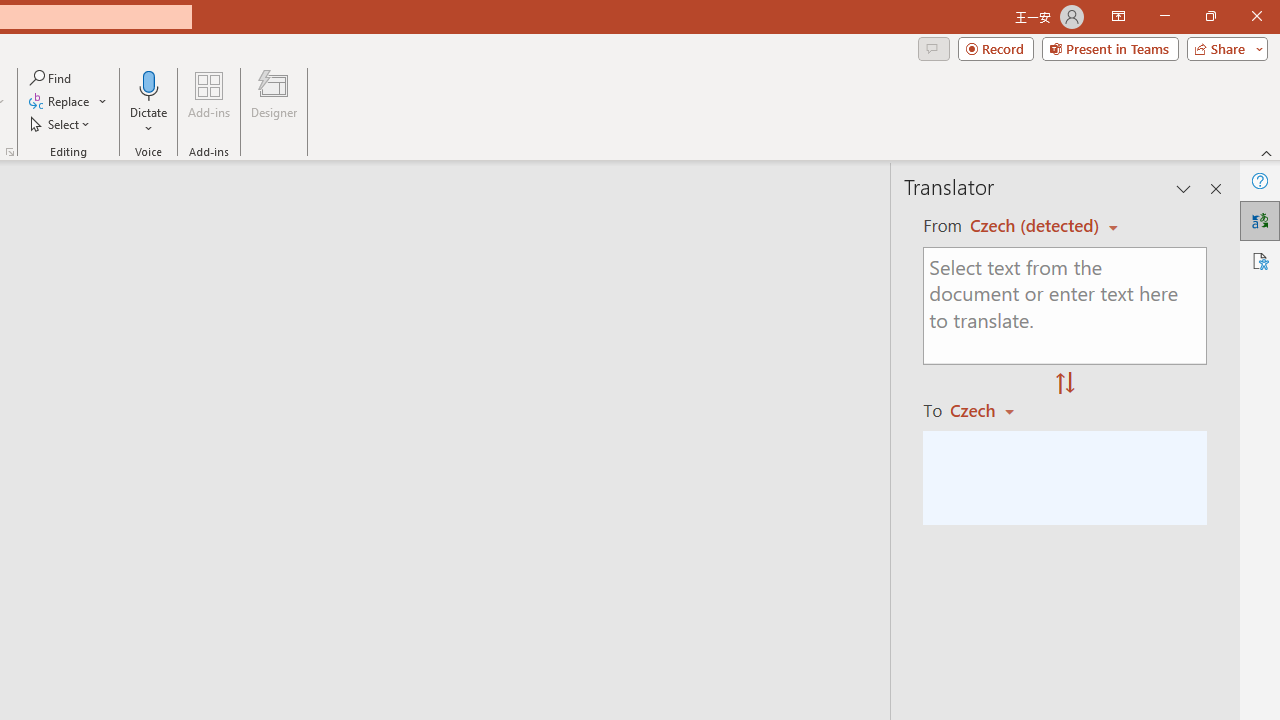 The width and height of the screenshot is (1280, 720). I want to click on 'Select', so click(61, 124).